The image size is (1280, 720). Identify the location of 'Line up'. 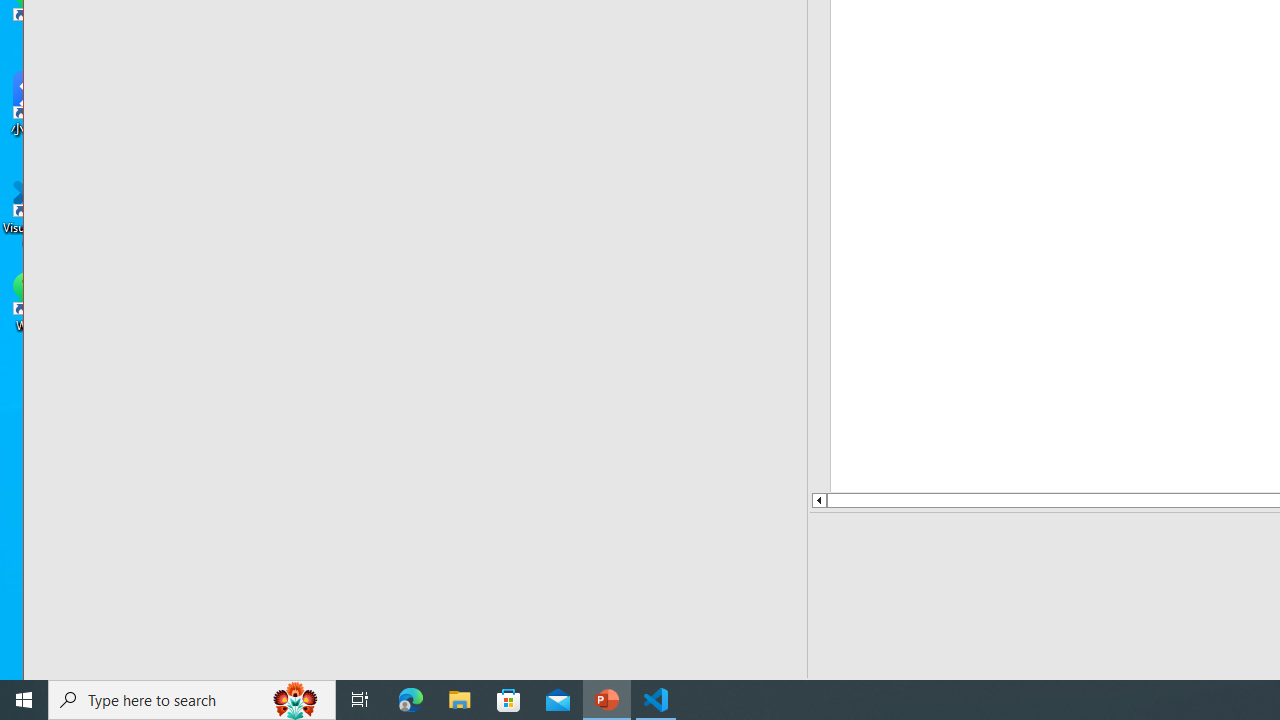
(818, 499).